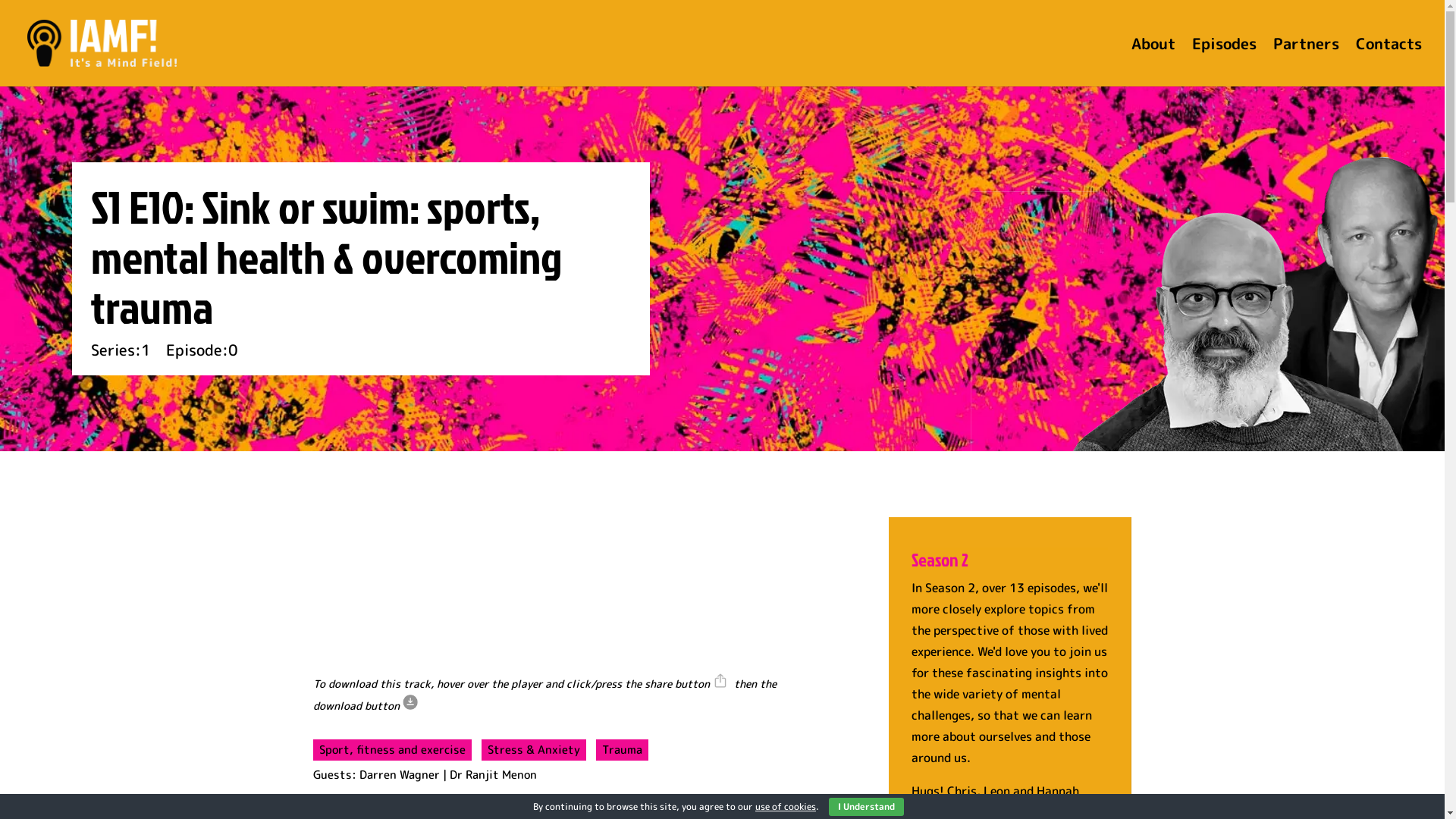 This screenshot has height=819, width=1456. I want to click on 'Contacts', so click(1356, 61).